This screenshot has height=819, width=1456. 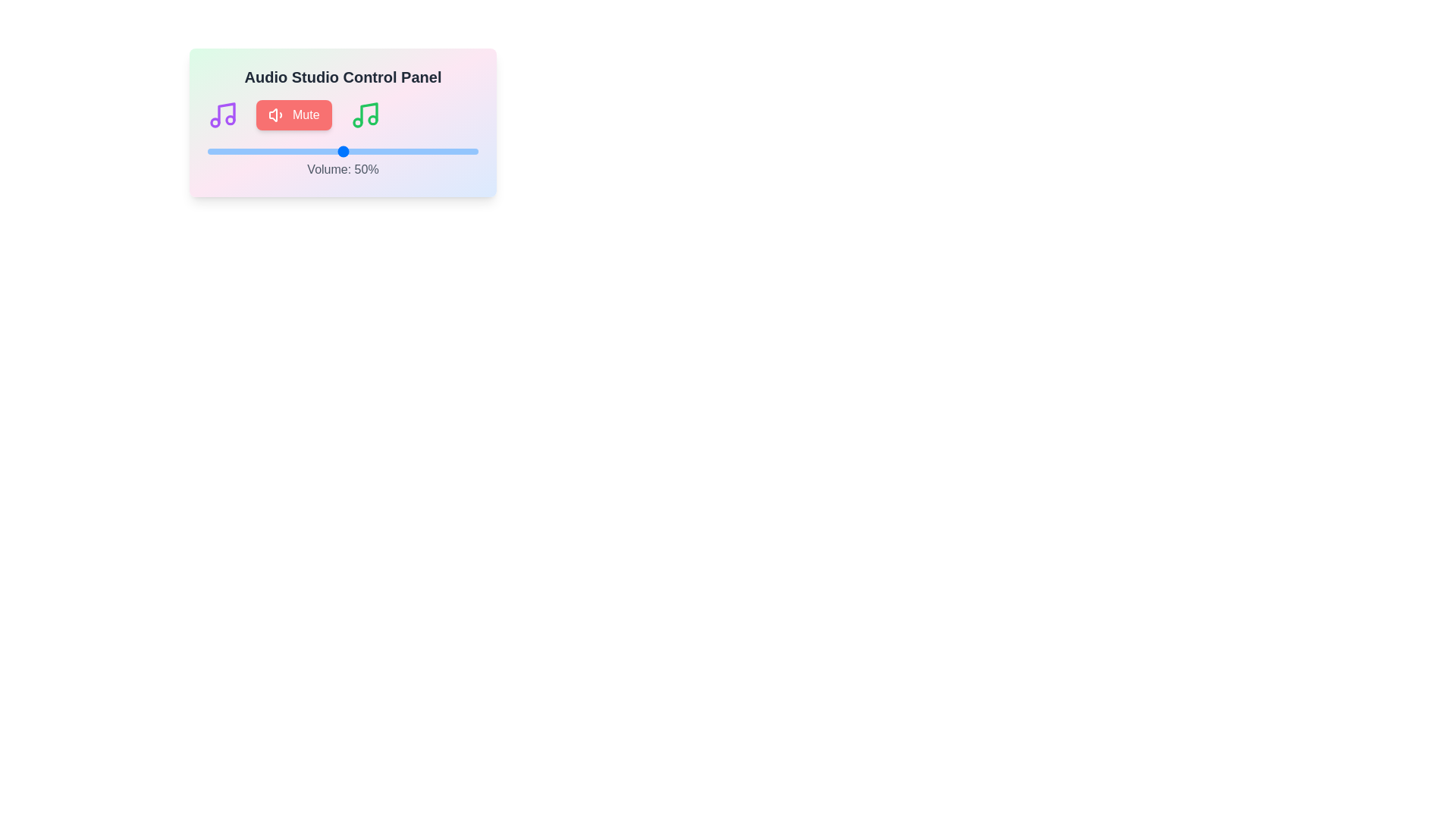 I want to click on the 'Mute' button to toggle the mute state, so click(x=293, y=114).